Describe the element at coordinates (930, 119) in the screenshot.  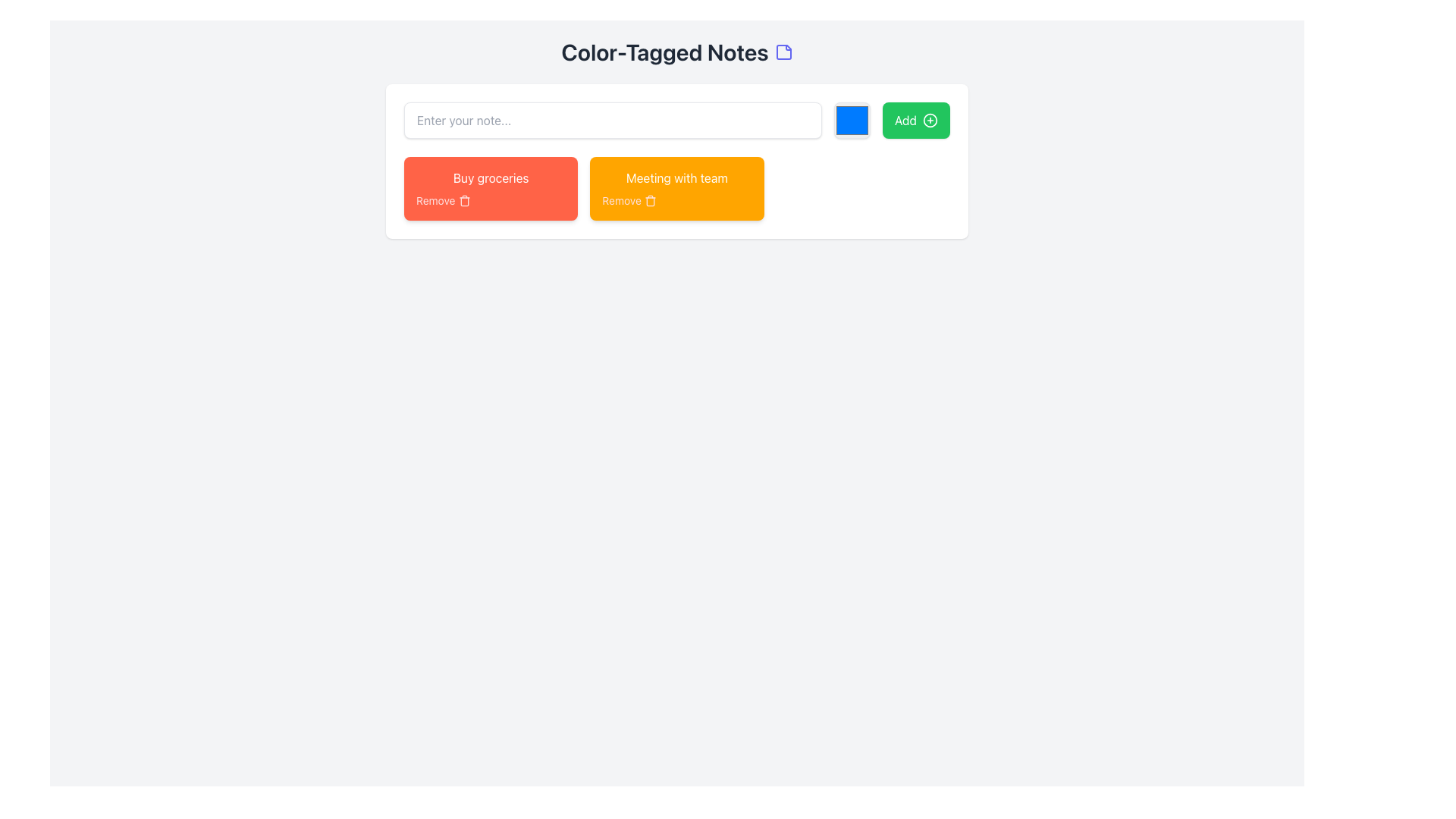
I see `the circular base of the plus icon inside the green 'Add' button located at the top-right of the white card interface` at that location.